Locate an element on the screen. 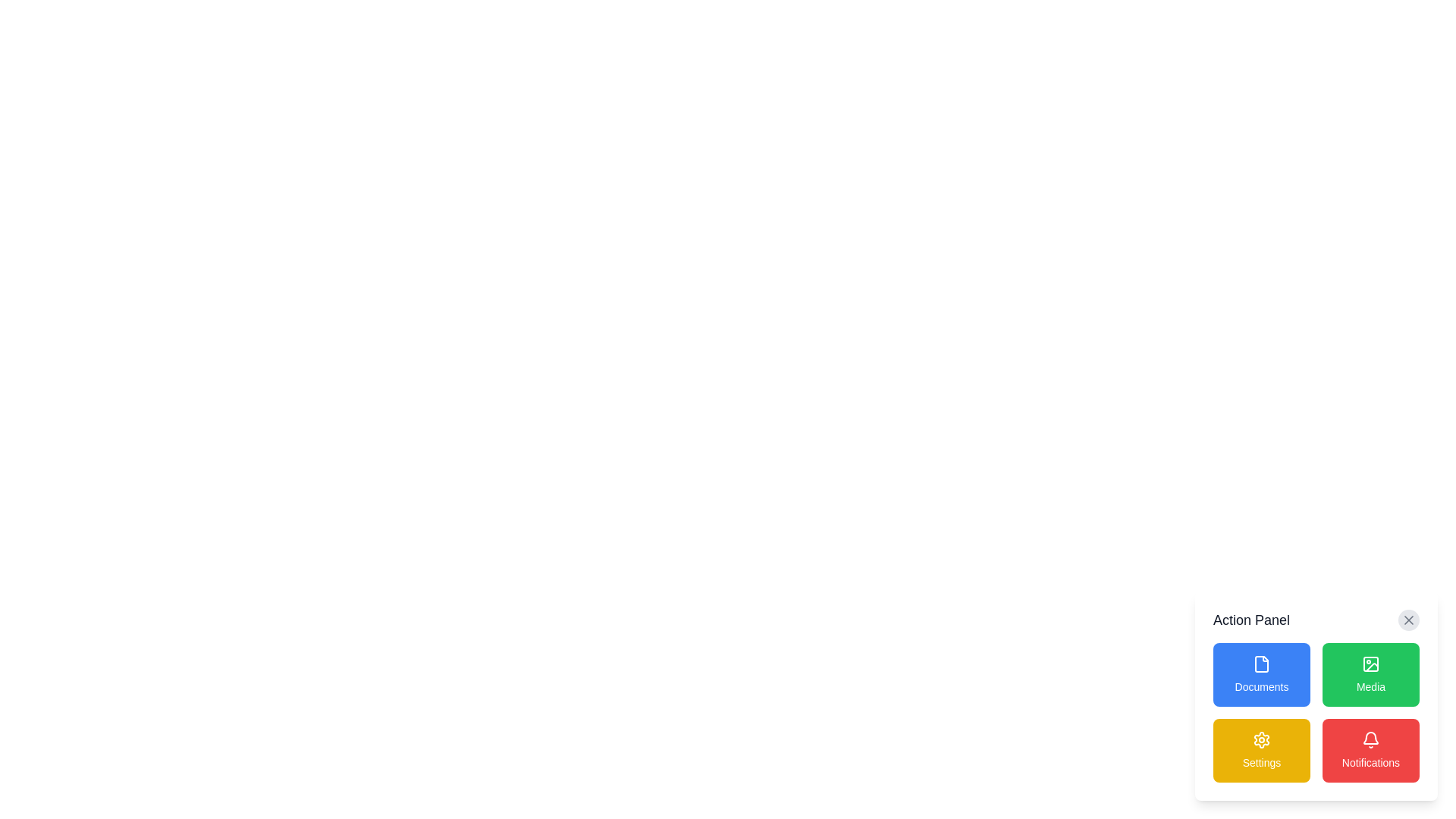 The image size is (1456, 819). the 'Documents' button, which is a rectangular button with a blue background, rounded corners, and white centered text below a document icon, located in the upper-left corner of the 2x2 grid in the 'Action Panel' is located at coordinates (1262, 674).